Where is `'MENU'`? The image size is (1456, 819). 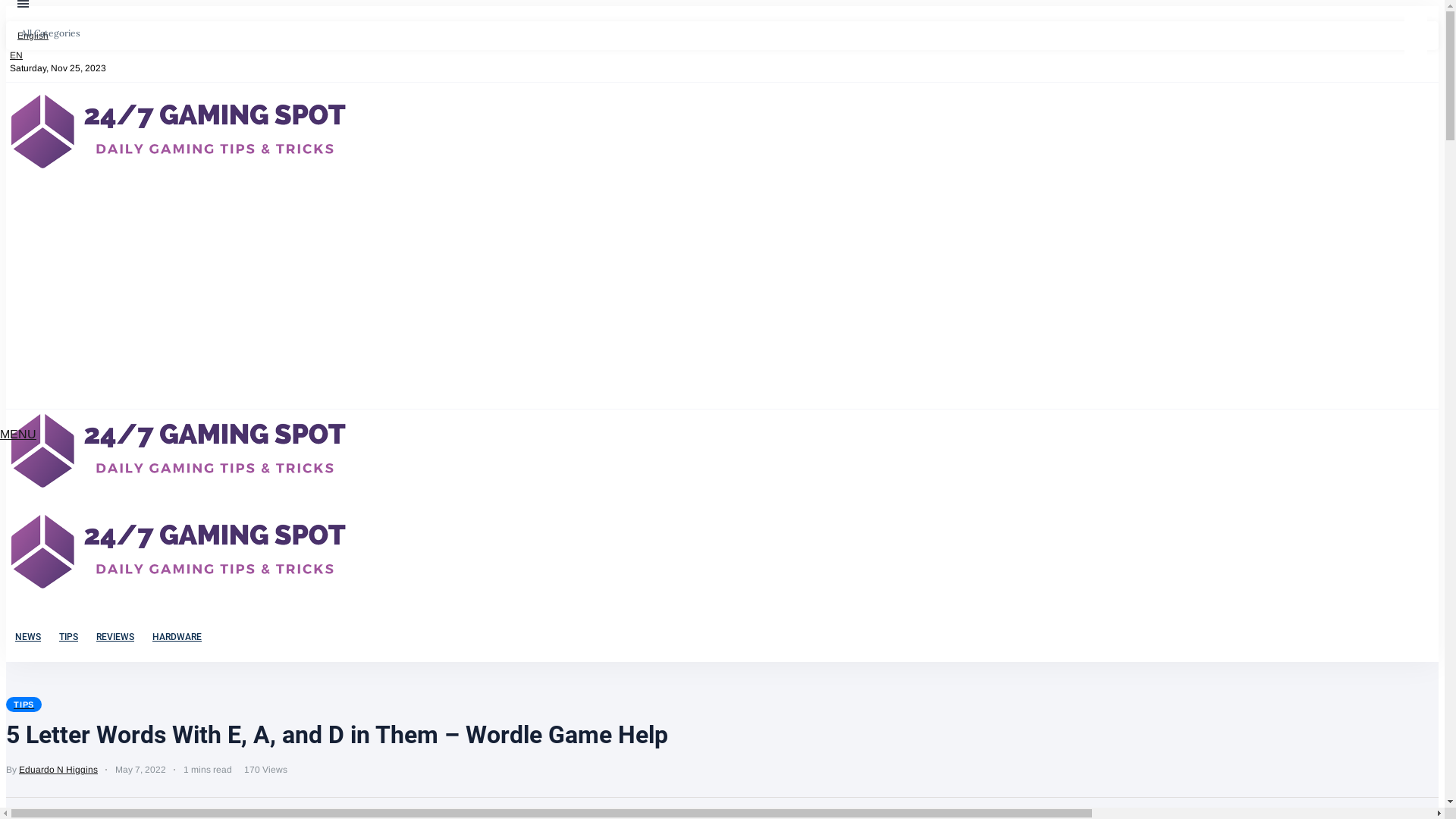
'MENU' is located at coordinates (18, 434).